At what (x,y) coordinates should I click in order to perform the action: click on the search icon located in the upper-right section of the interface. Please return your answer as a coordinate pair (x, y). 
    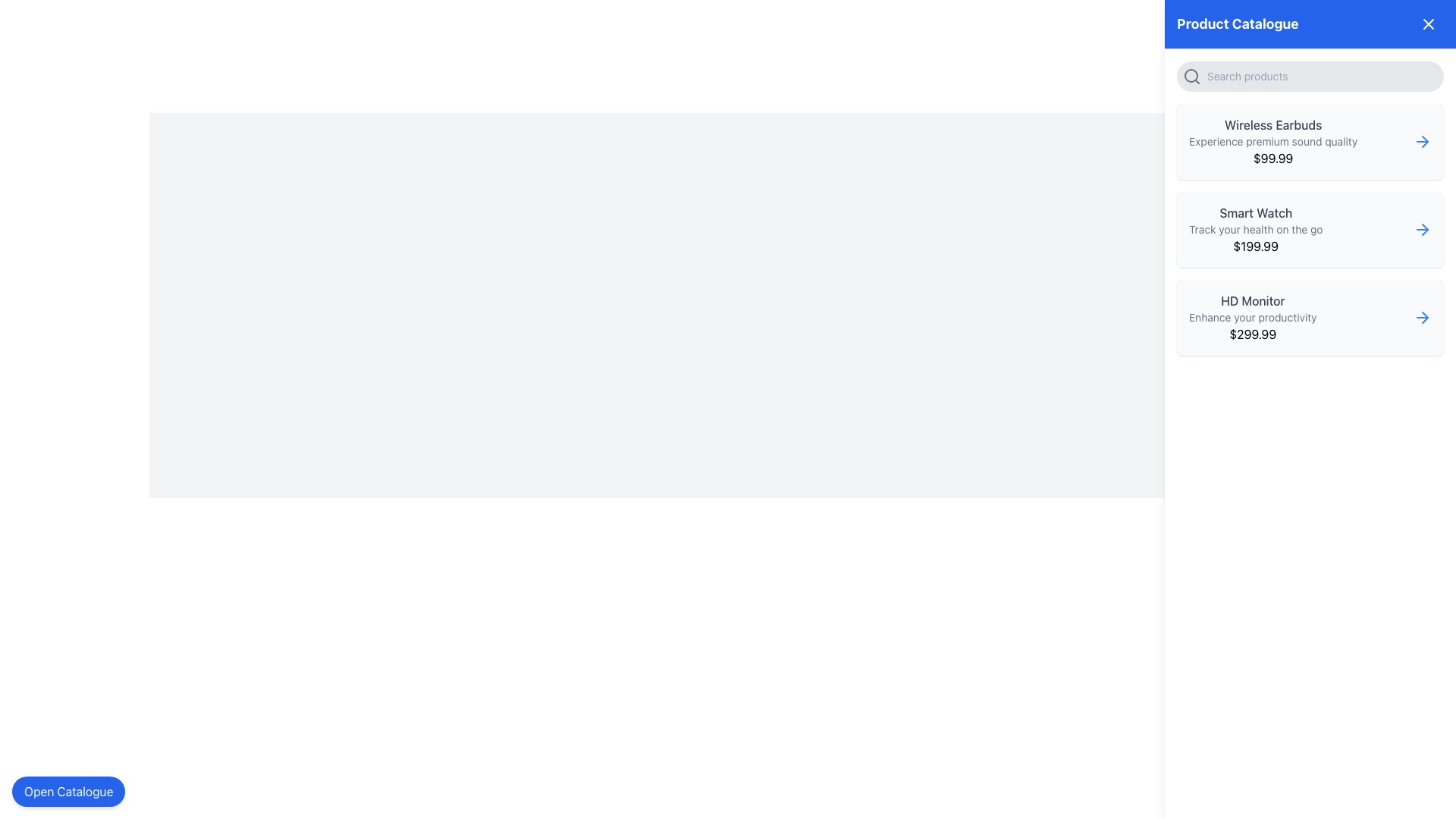
    Looking at the image, I should click on (1191, 76).